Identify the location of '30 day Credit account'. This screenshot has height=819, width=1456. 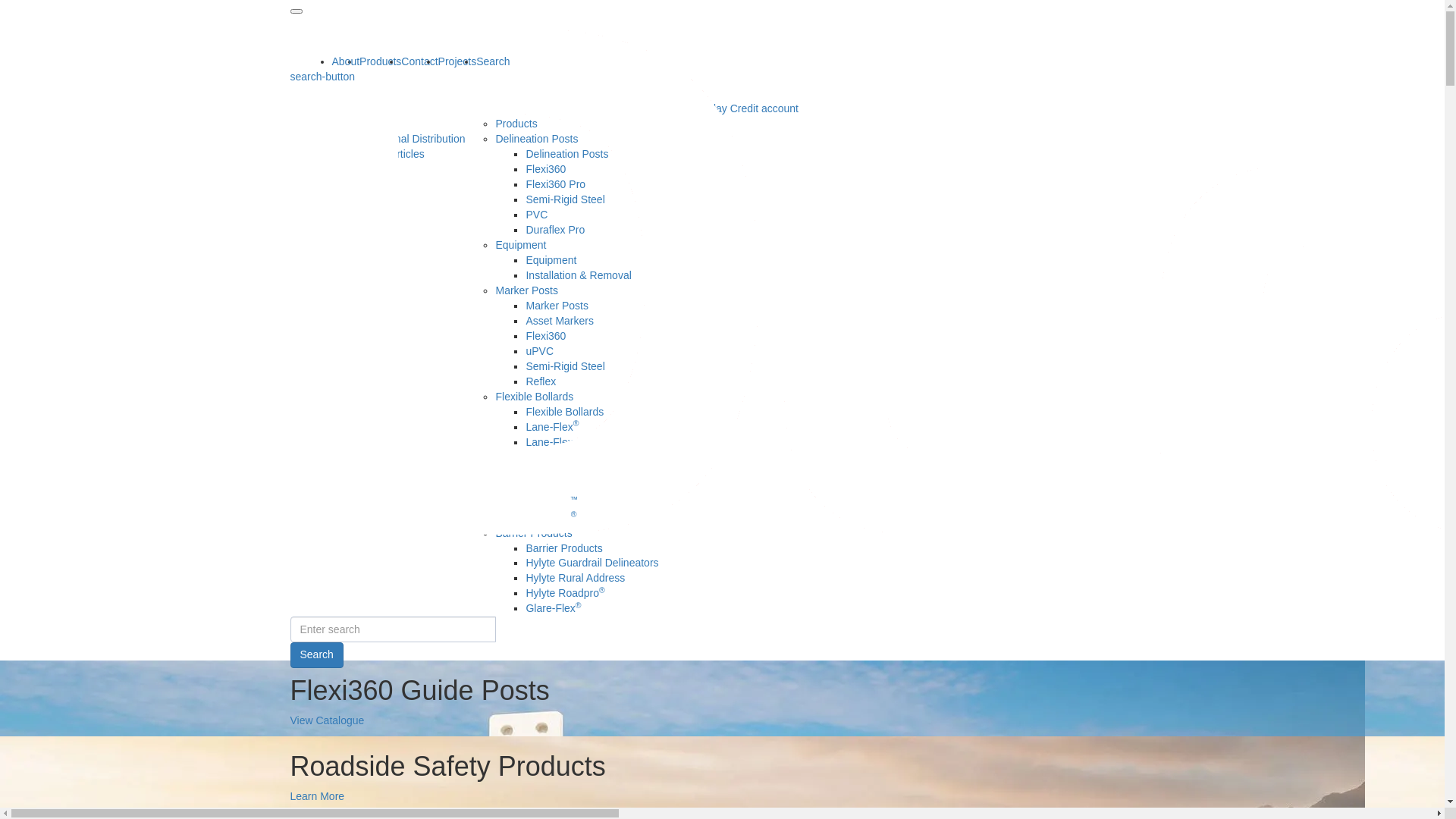
(746, 107).